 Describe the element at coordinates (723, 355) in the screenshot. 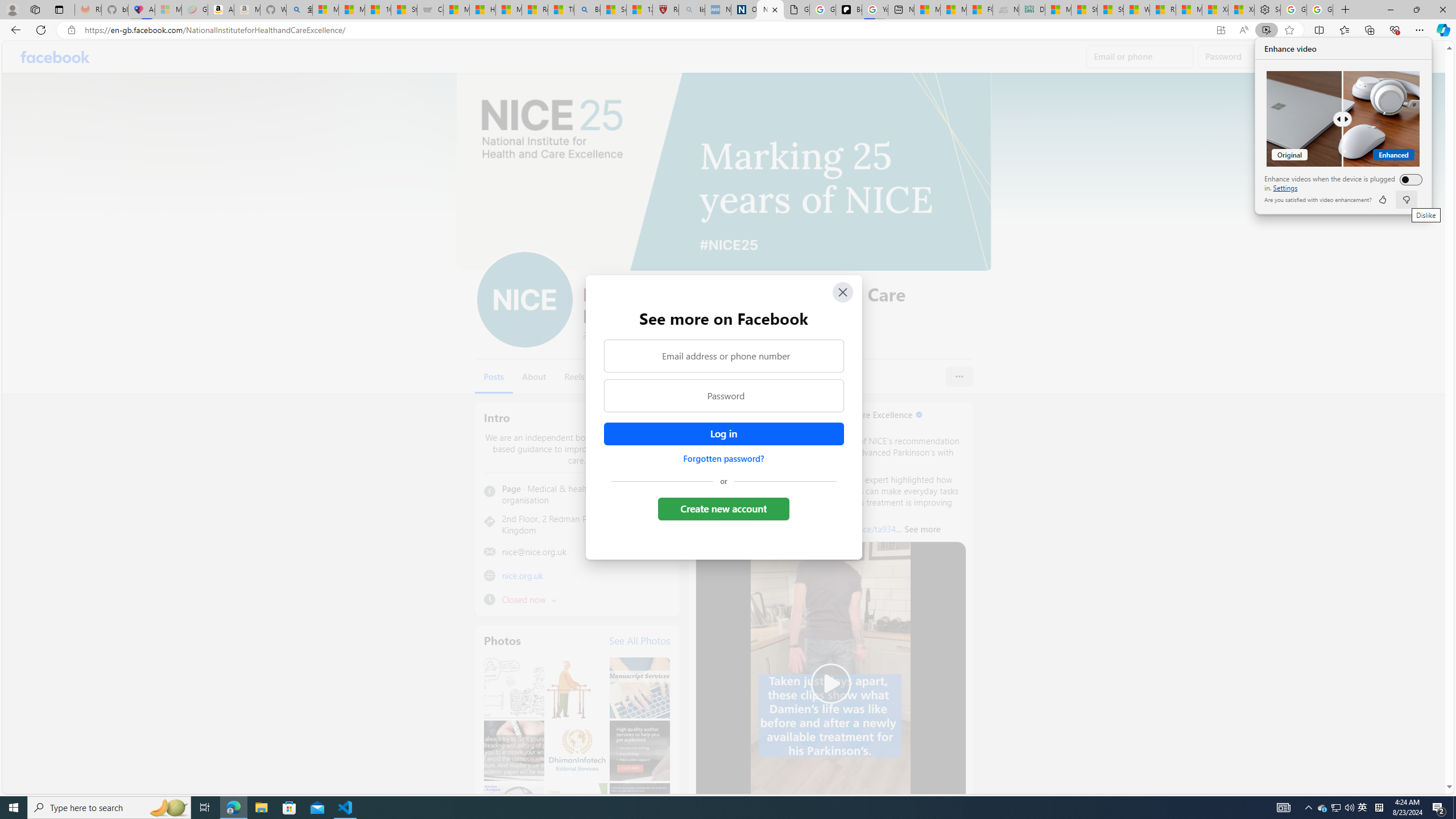

I see `'Email address or phone number'` at that location.